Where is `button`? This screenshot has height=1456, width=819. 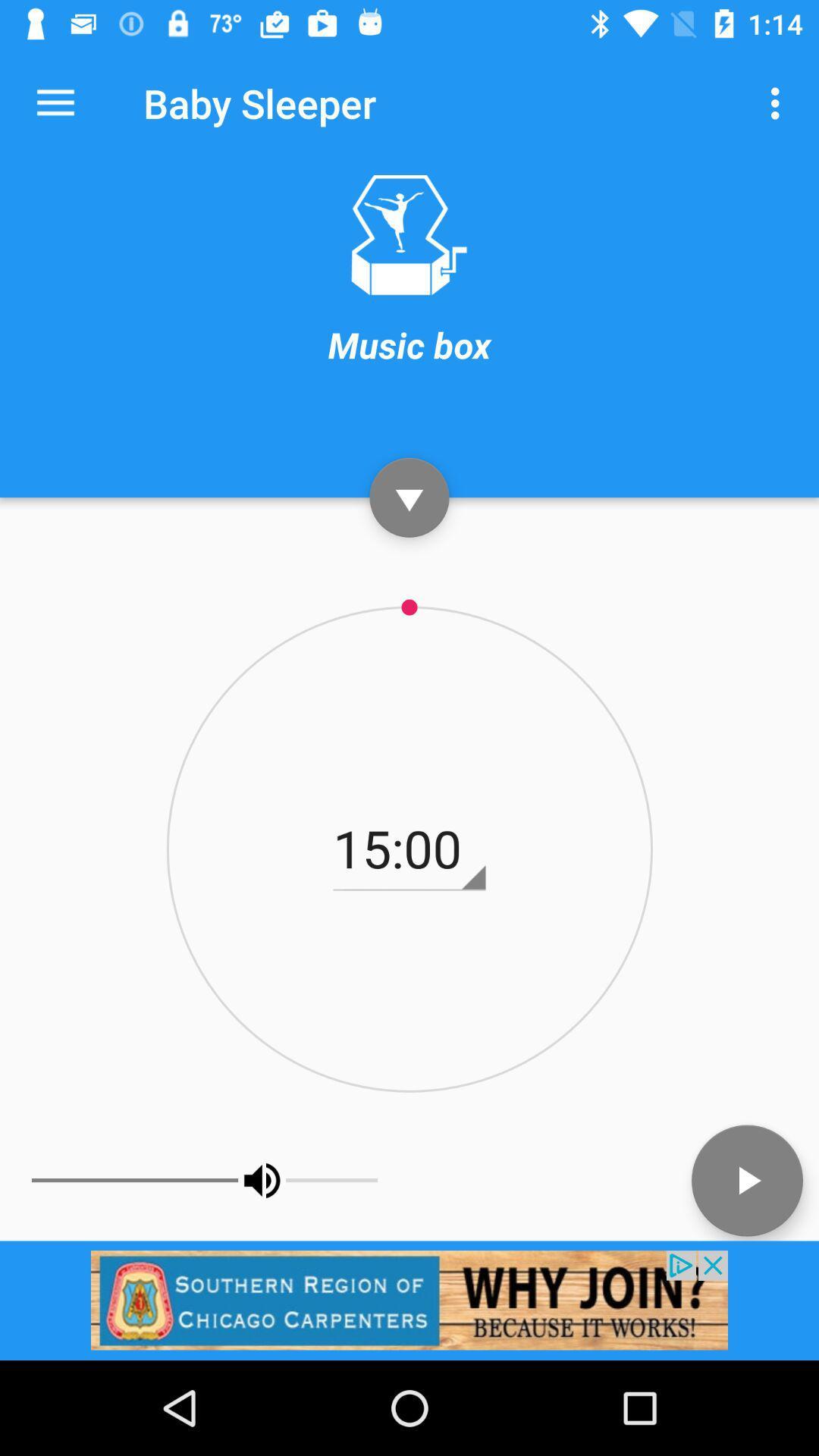 button is located at coordinates (746, 1179).